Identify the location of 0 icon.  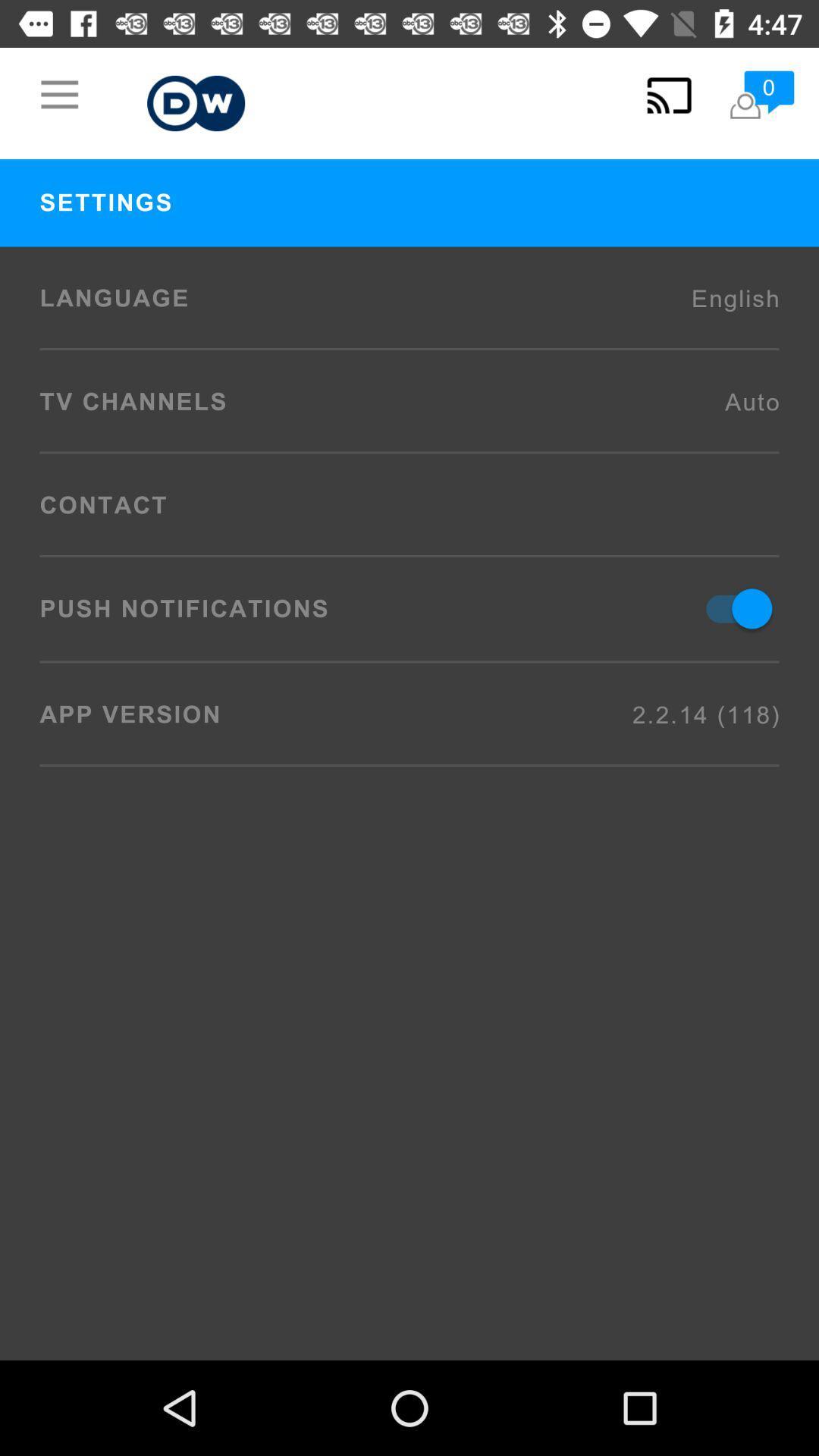
(761, 94).